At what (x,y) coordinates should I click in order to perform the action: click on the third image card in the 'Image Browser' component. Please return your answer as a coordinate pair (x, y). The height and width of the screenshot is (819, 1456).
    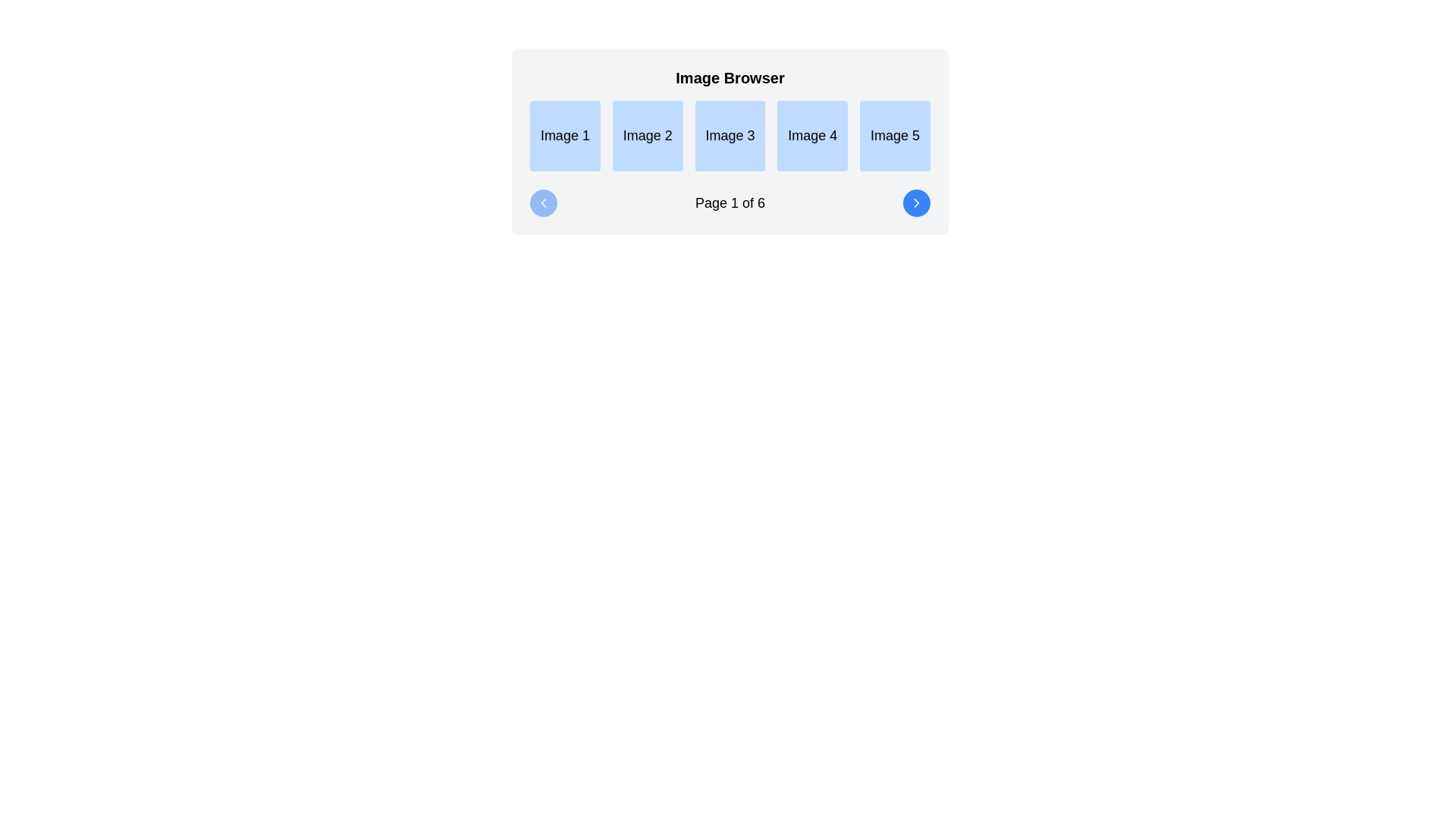
    Looking at the image, I should click on (730, 141).